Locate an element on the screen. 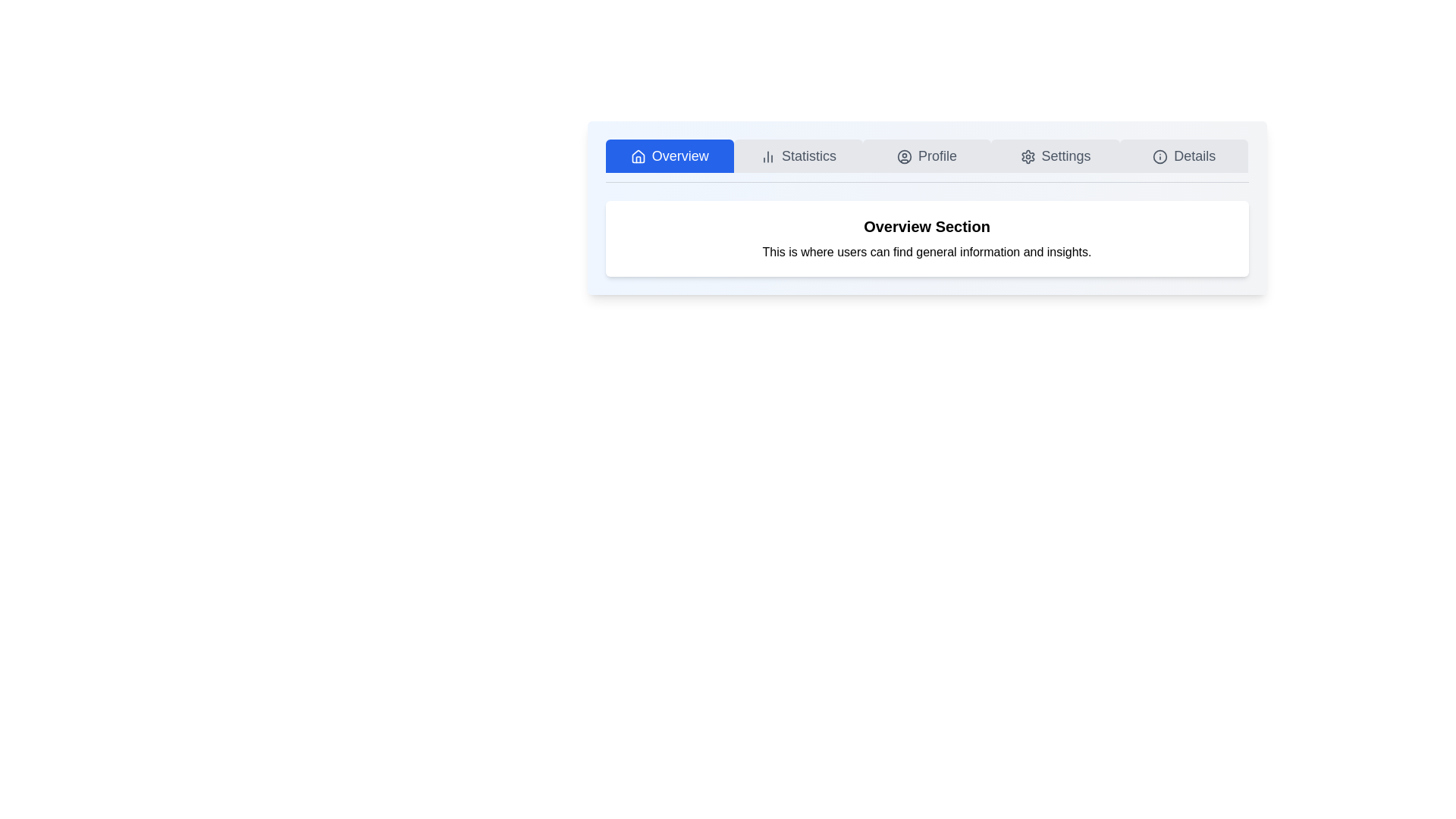 The width and height of the screenshot is (1456, 819). the 'Profile' tab in the tab bar to observe potential visual responses is located at coordinates (926, 155).